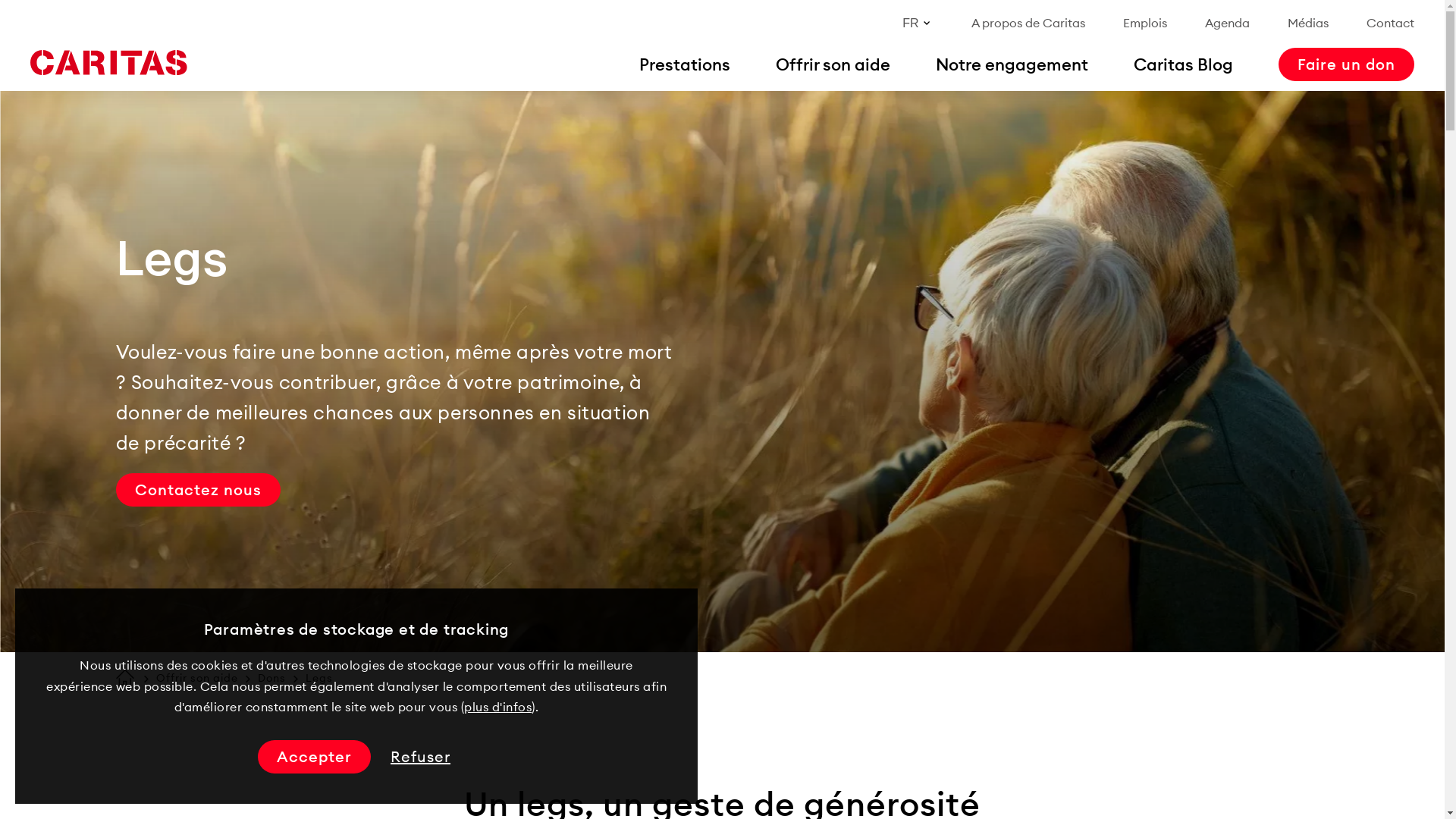 This screenshot has height=819, width=1456. Describe the element at coordinates (1227, 23) in the screenshot. I see `'Agenda'` at that location.